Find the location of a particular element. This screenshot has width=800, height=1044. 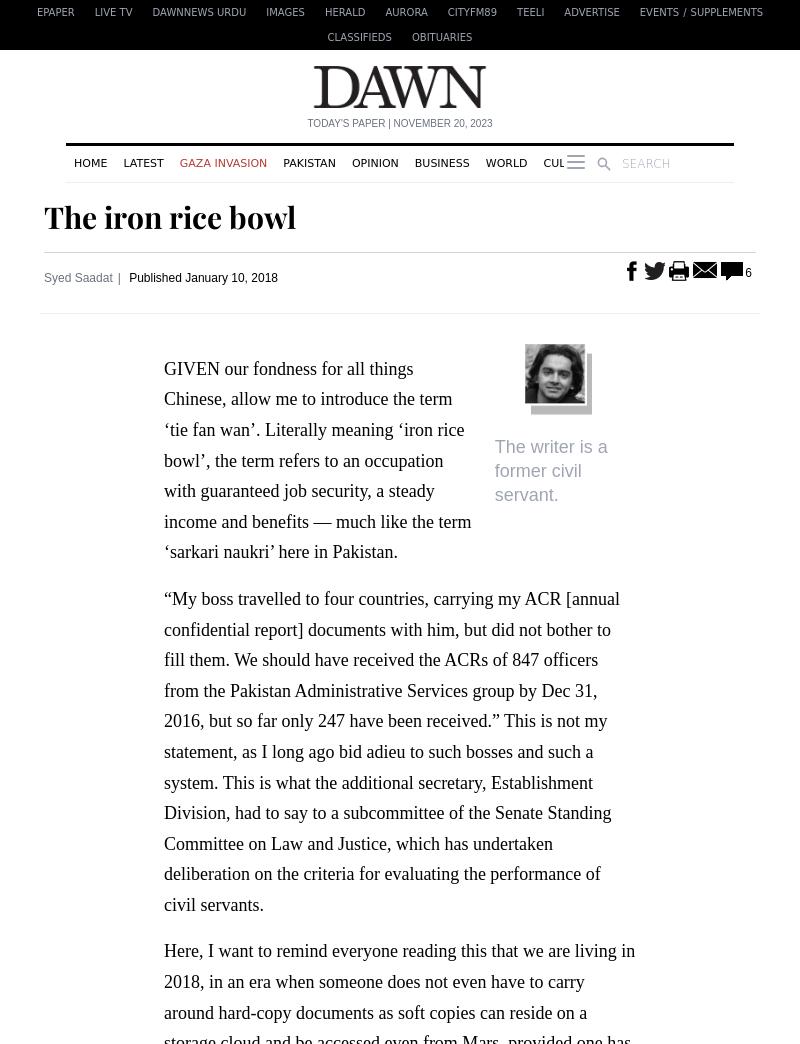

'Supplements' is located at coordinates (725, 11).